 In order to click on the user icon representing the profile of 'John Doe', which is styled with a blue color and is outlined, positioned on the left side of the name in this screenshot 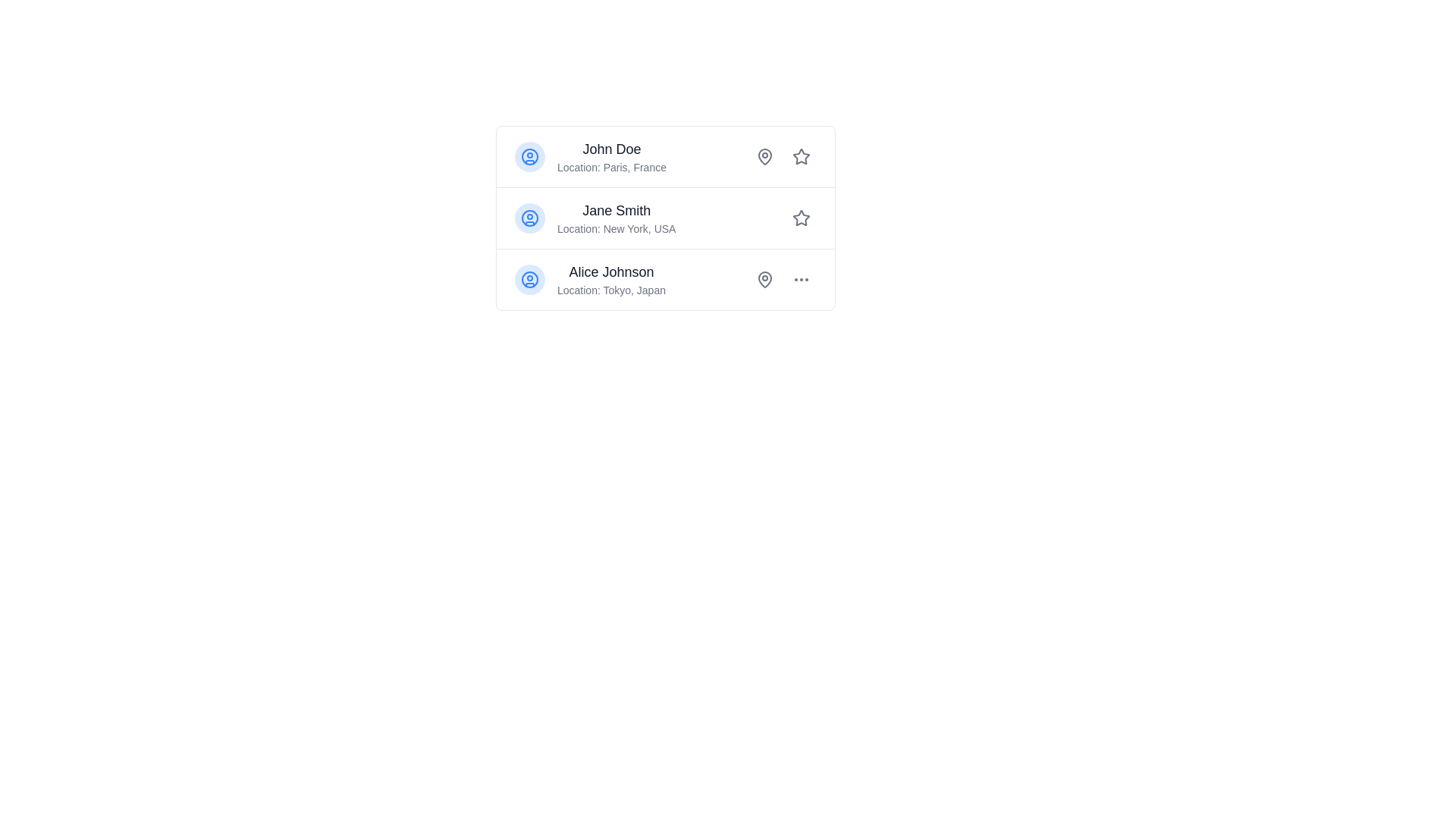, I will do `click(530, 157)`.